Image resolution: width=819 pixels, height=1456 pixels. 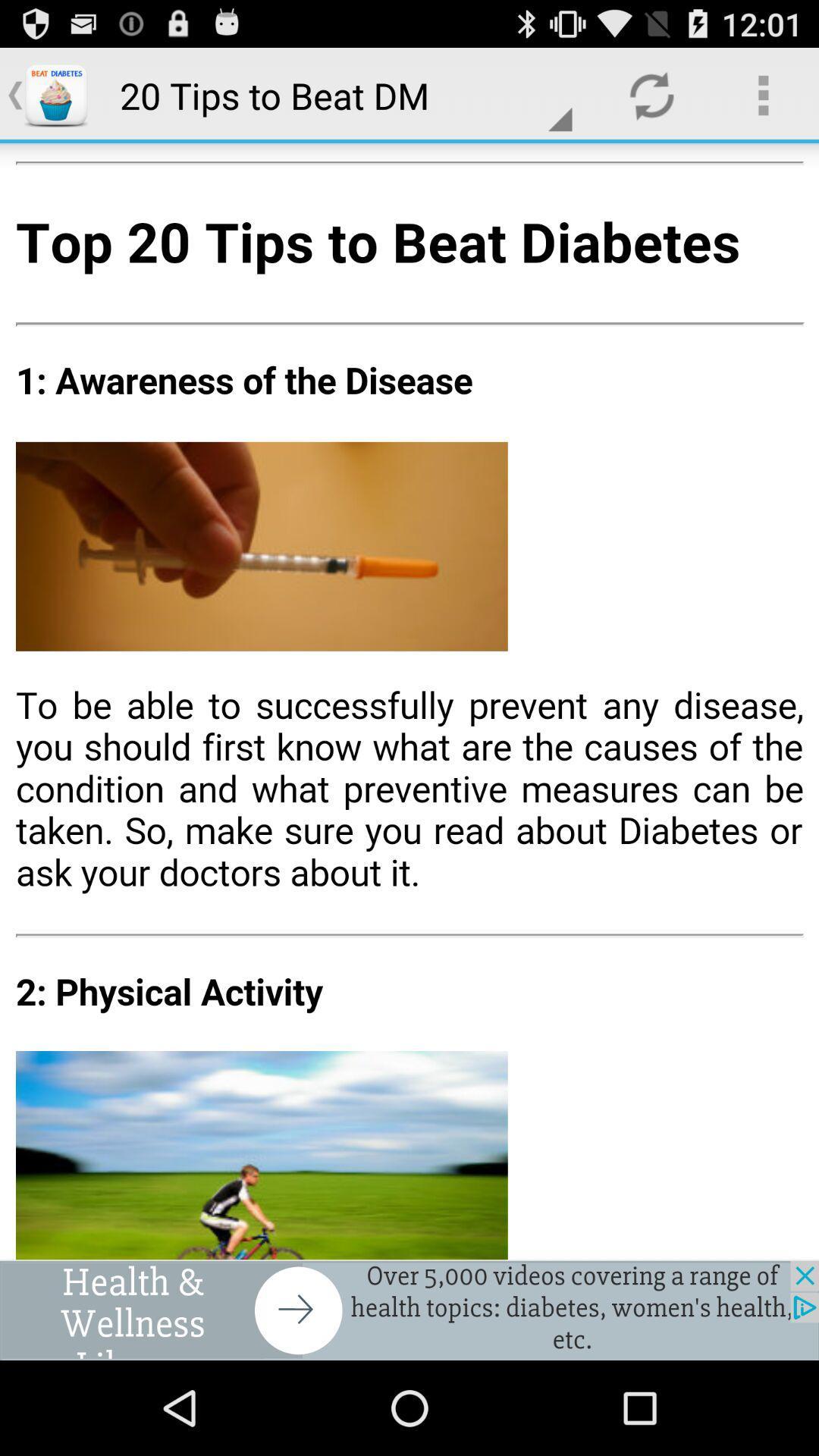 I want to click on new open option, so click(x=409, y=1310).